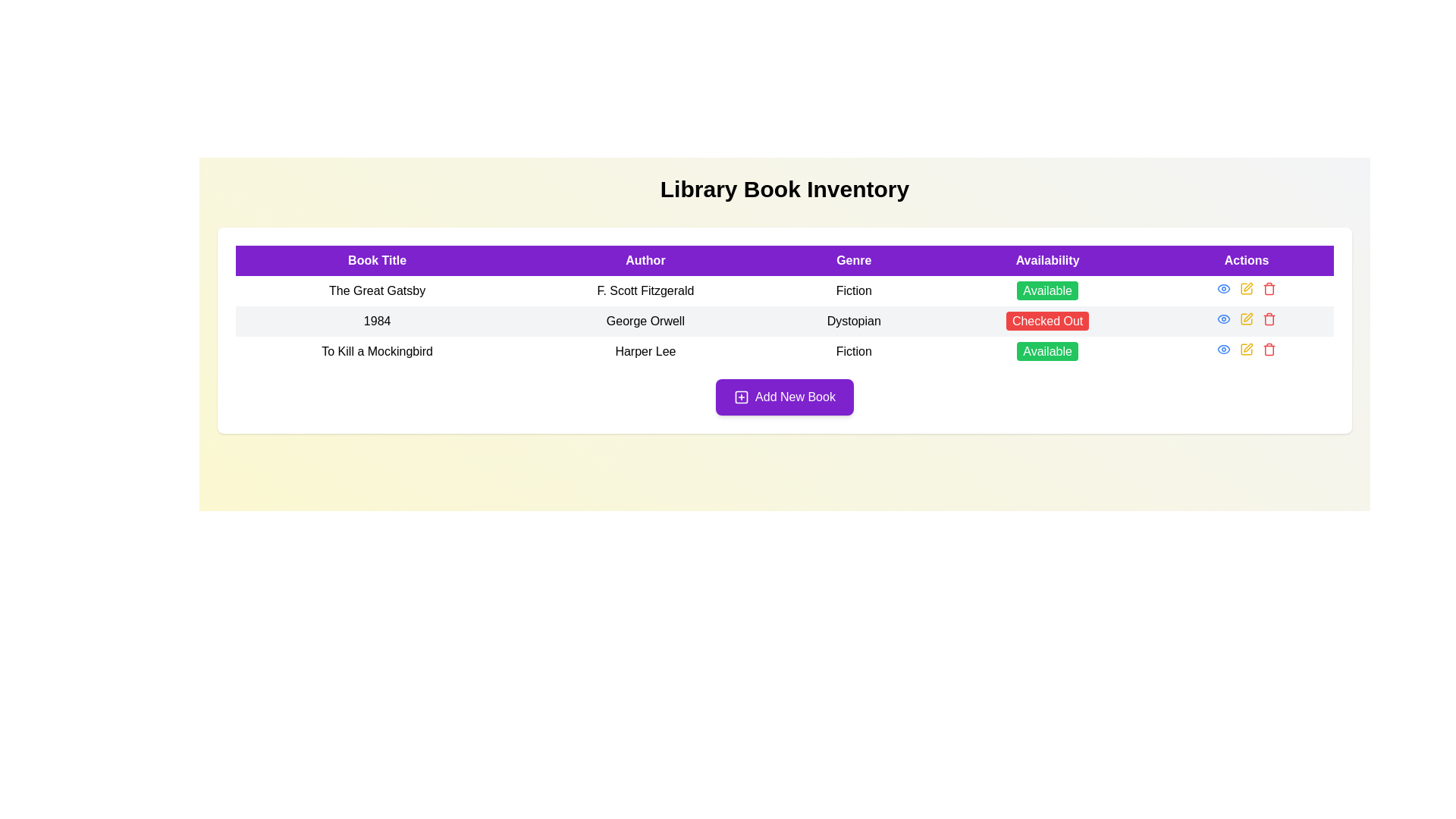 This screenshot has height=819, width=1456. What do you see at coordinates (1224, 350) in the screenshot?
I see `the eye icon in the Actions column for the book entry '1984' in the Library Book Inventory table` at bounding box center [1224, 350].